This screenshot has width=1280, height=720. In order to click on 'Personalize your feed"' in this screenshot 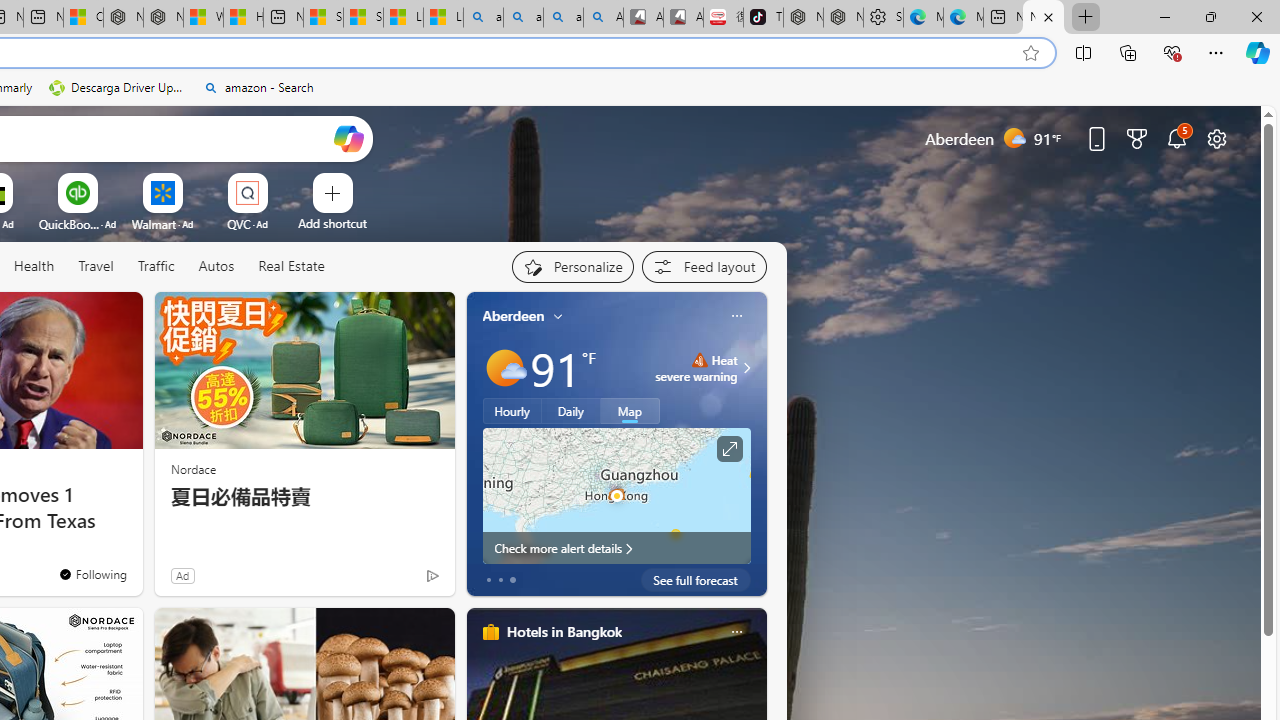, I will do `click(571, 266)`.